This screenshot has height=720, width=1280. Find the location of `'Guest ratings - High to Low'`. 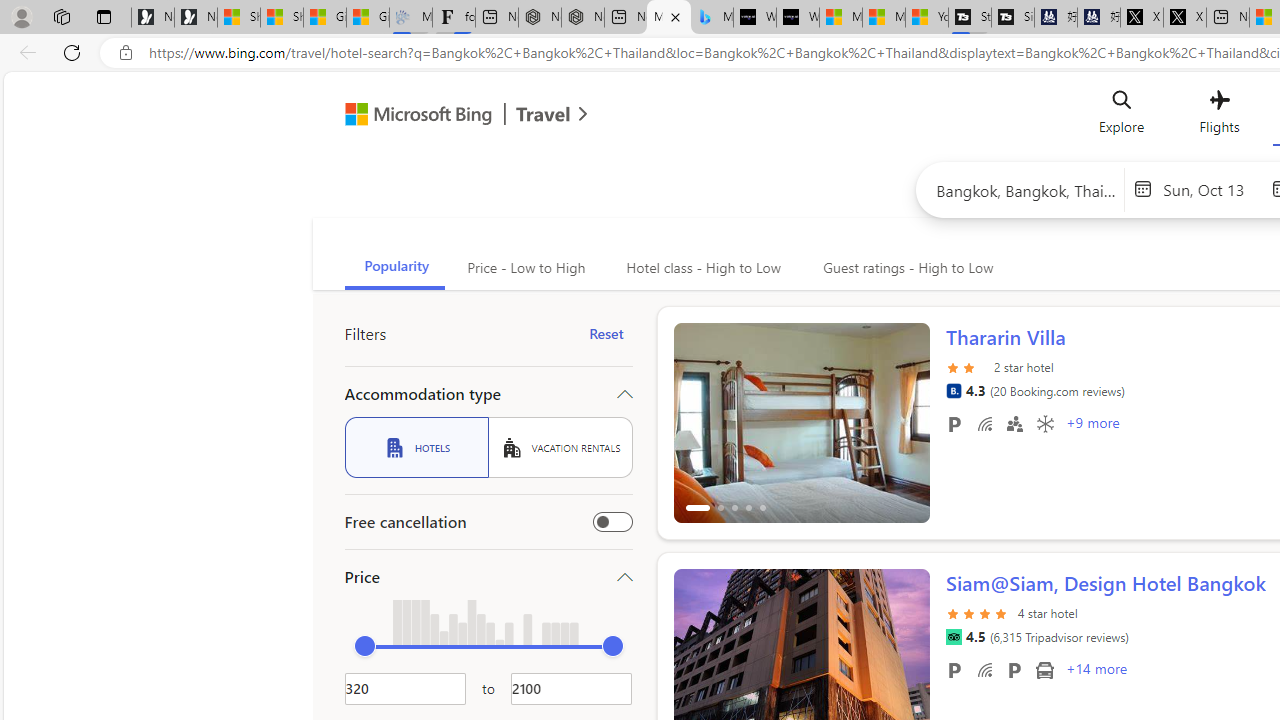

'Guest ratings - High to Low' is located at coordinates (904, 267).